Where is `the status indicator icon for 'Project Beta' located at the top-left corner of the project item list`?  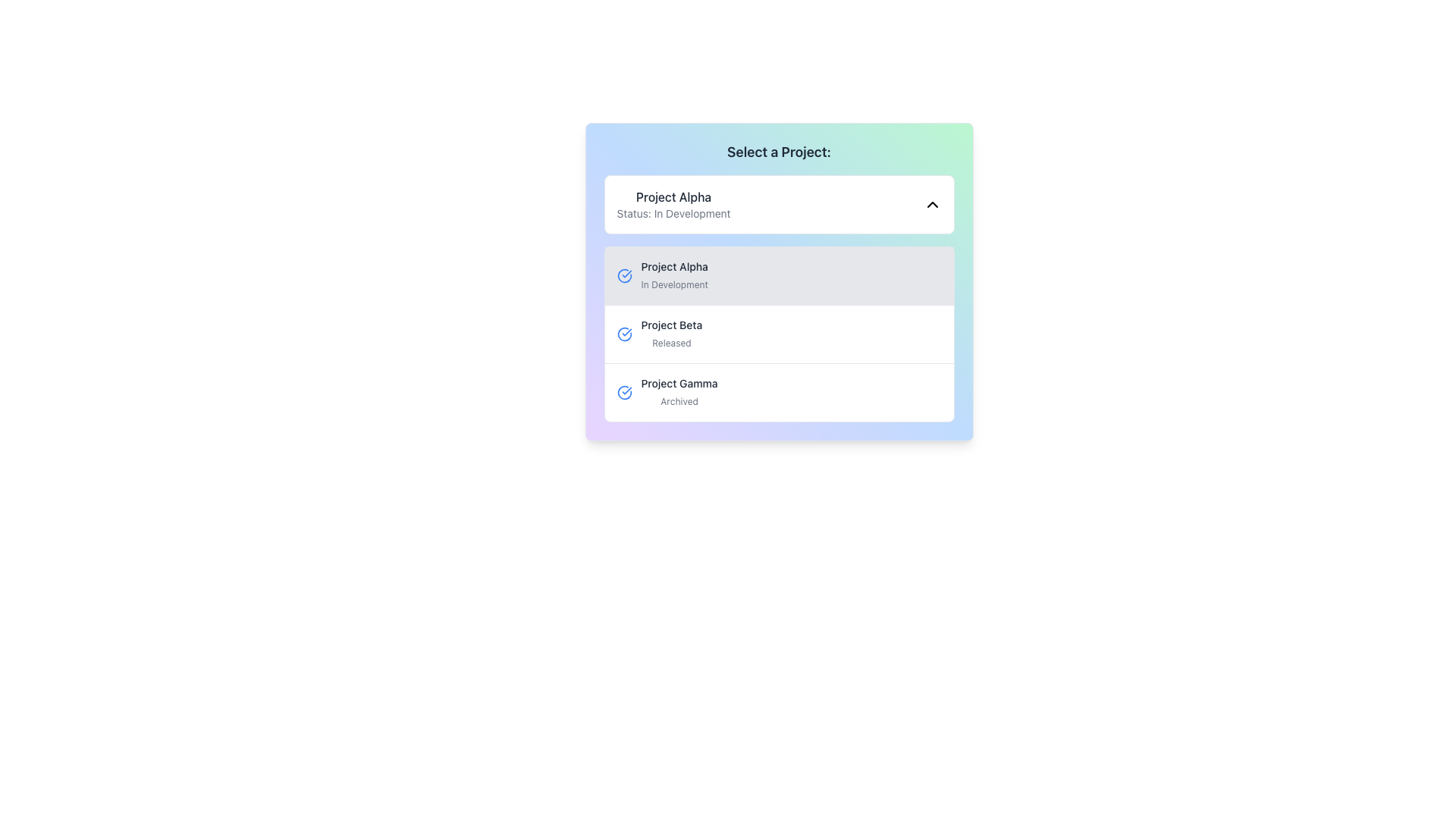
the status indicator icon for 'Project Beta' located at the top-left corner of the project item list is located at coordinates (624, 333).